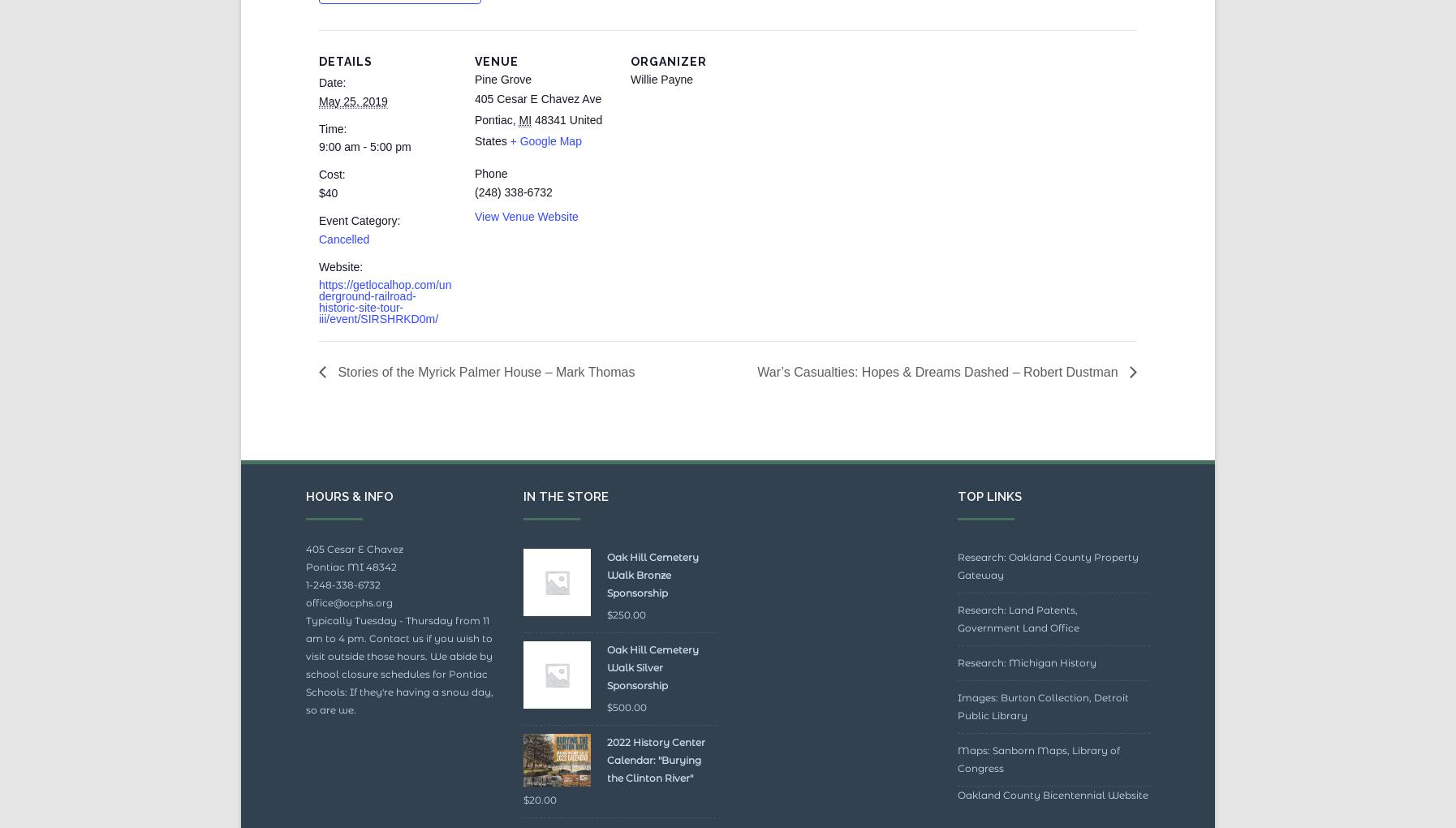 This screenshot has height=828, width=1456. What do you see at coordinates (485, 409) in the screenshot?
I see `'Stories of the Myrick Palmer House – Mark Thomas'` at bounding box center [485, 409].